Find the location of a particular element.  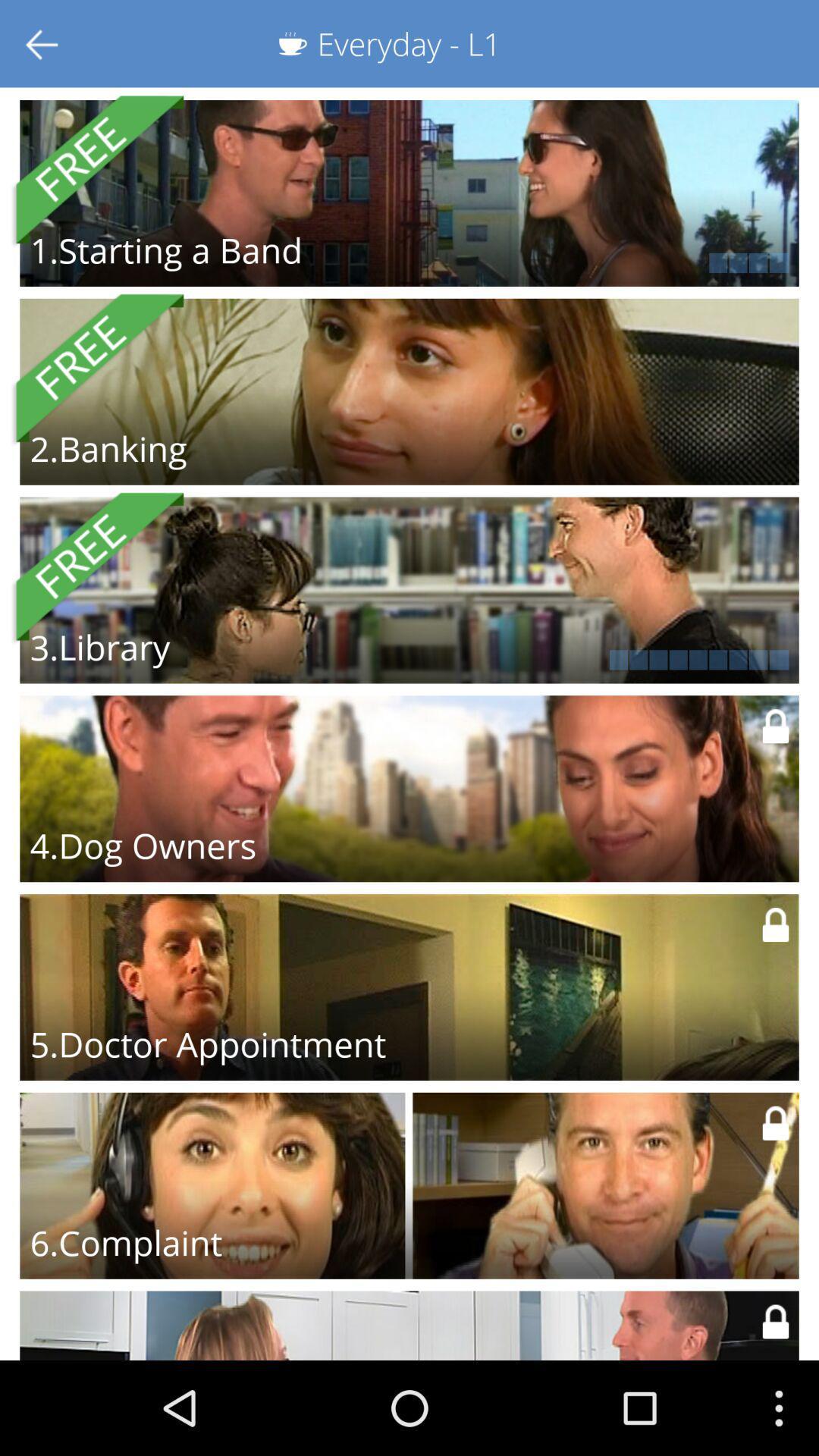

the icon next to 1 starting a icon is located at coordinates (607, 262).